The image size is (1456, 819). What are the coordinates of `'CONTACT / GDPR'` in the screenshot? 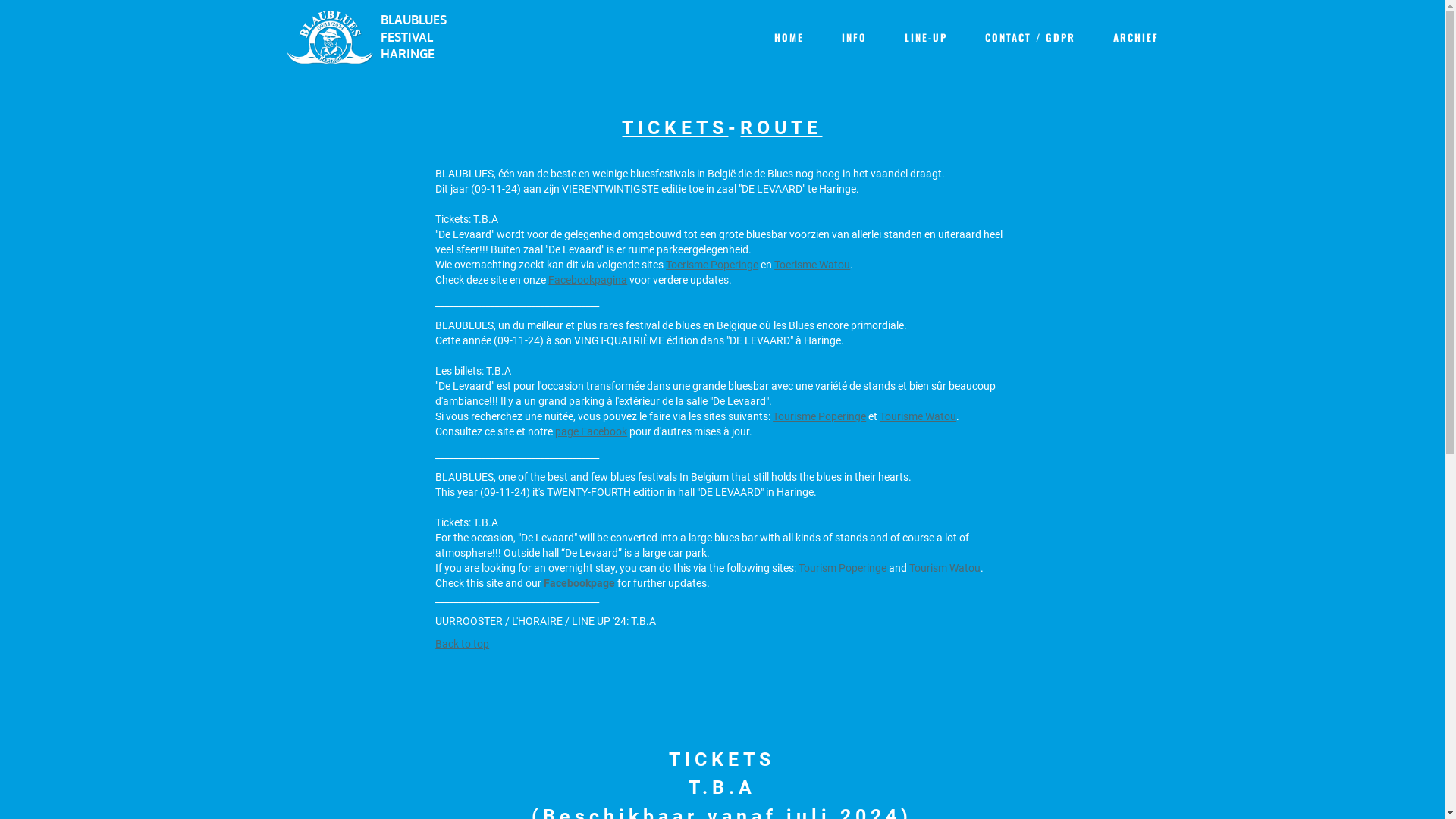 It's located at (1029, 36).